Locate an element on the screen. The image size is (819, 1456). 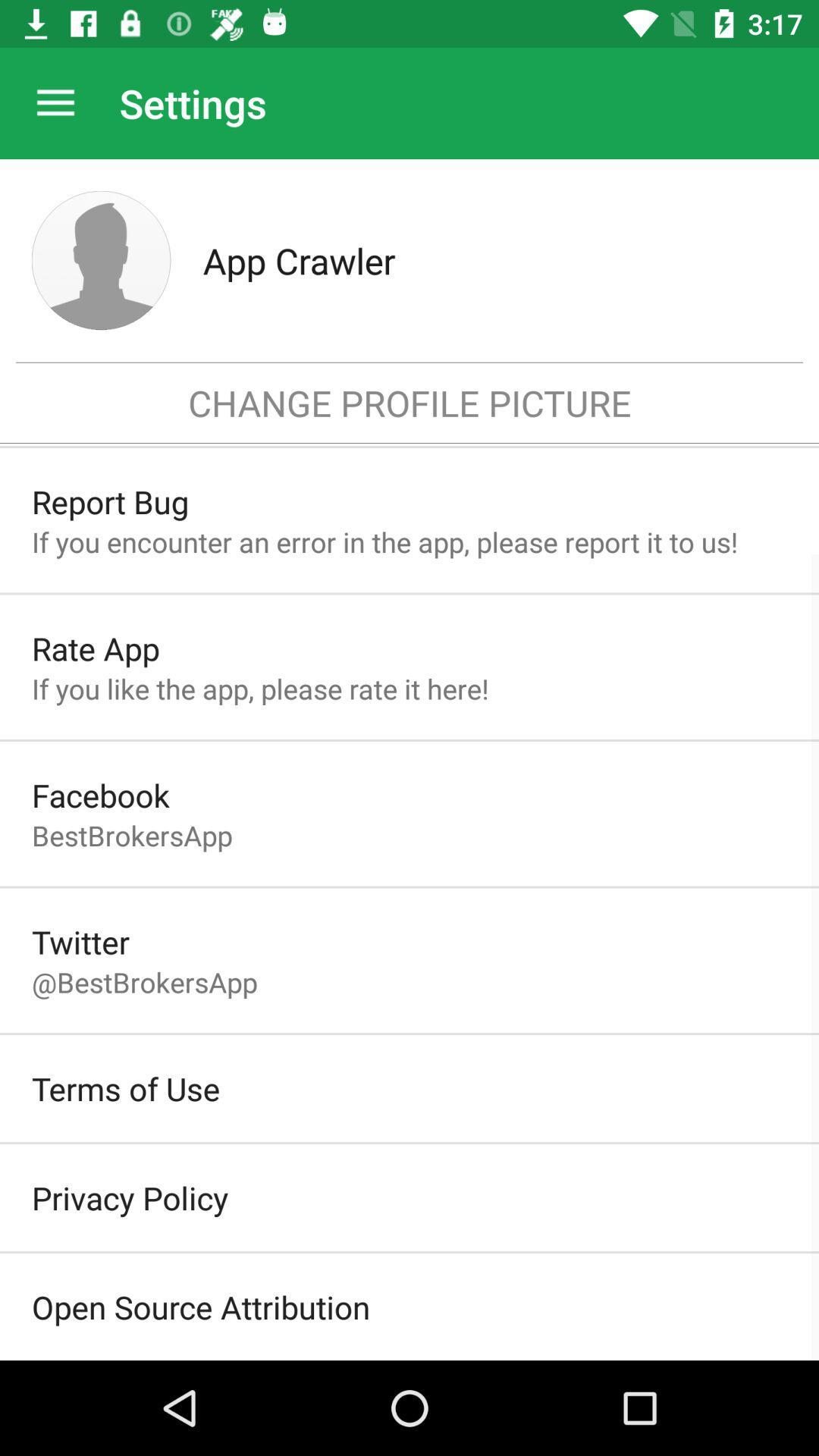
the app below settings icon is located at coordinates (494, 260).